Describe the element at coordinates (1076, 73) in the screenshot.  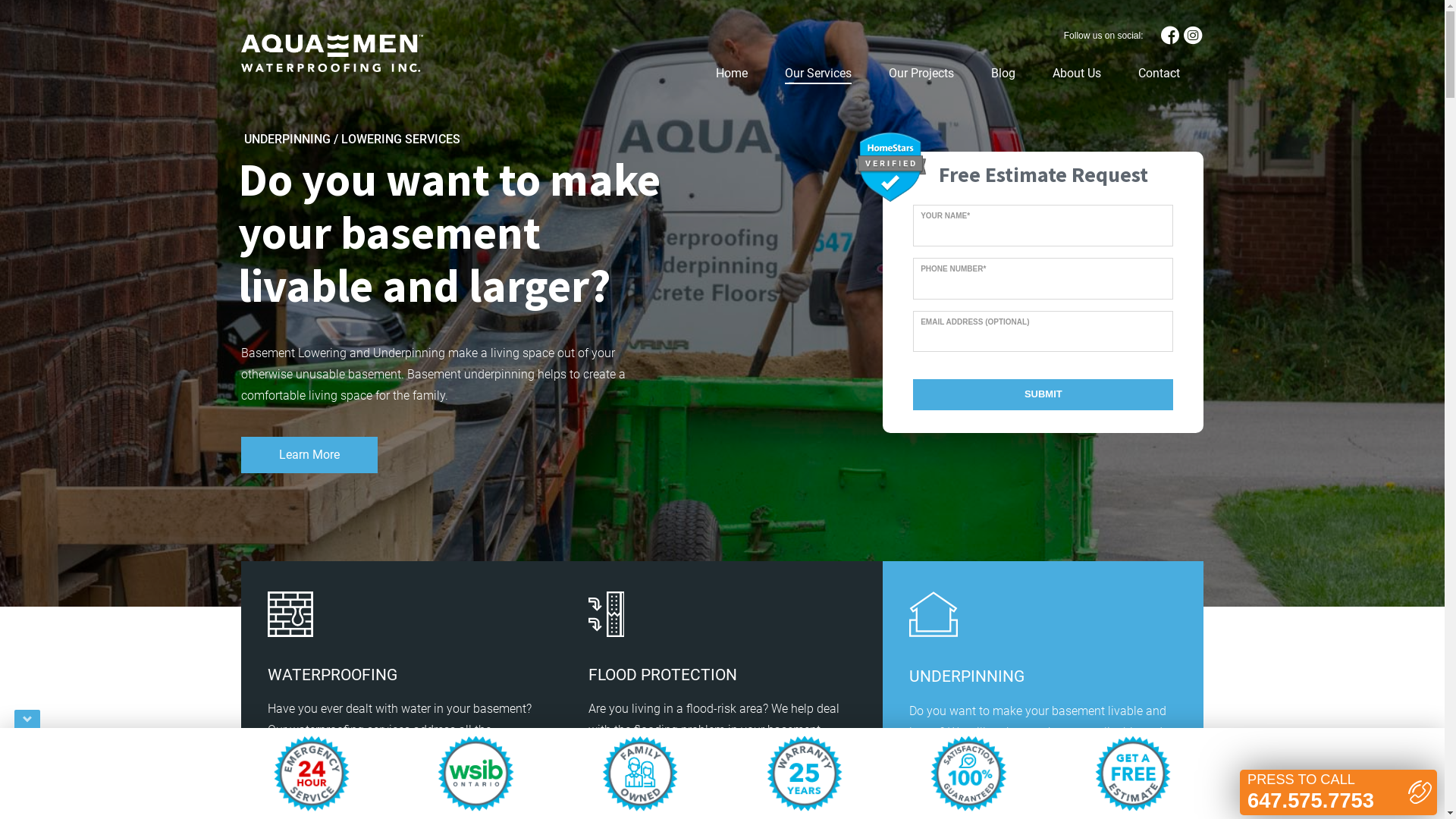
I see `'About Us'` at that location.